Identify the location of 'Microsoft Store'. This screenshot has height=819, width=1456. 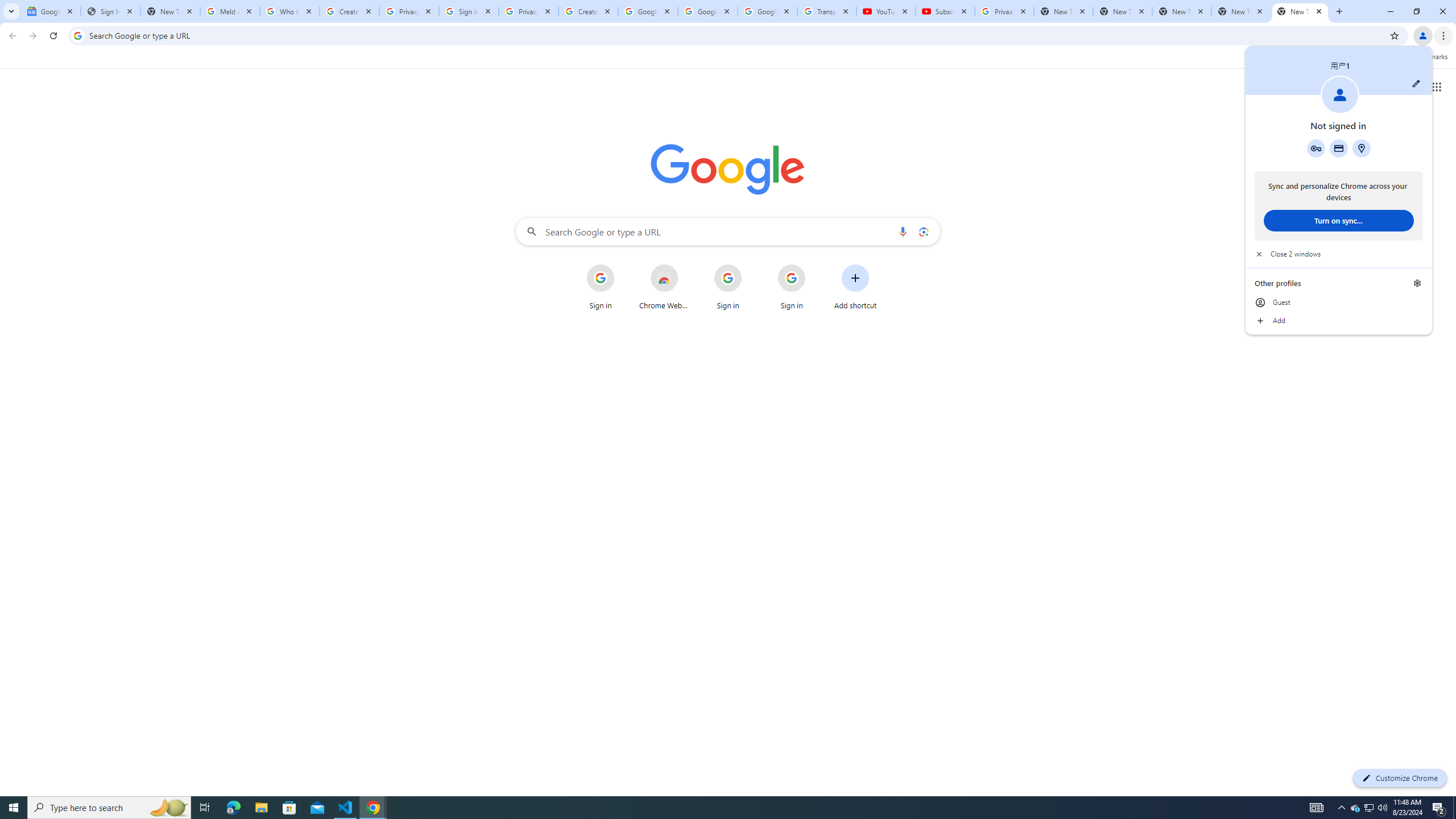
(289, 806).